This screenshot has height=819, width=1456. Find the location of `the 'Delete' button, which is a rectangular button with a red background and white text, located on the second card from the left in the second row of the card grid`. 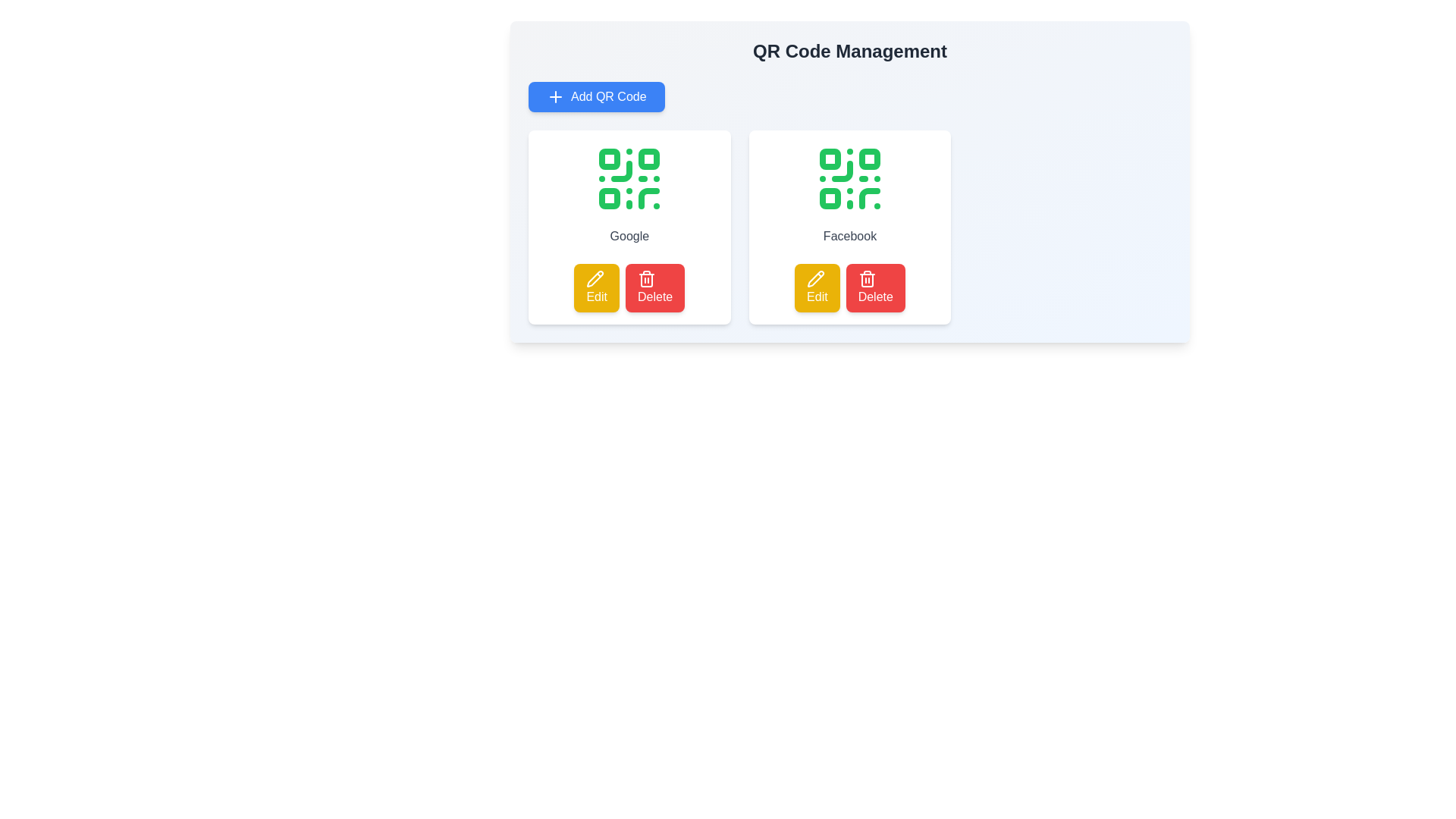

the 'Delete' button, which is a rectangular button with a red background and white text, located on the second card from the left in the second row of the card grid is located at coordinates (875, 288).